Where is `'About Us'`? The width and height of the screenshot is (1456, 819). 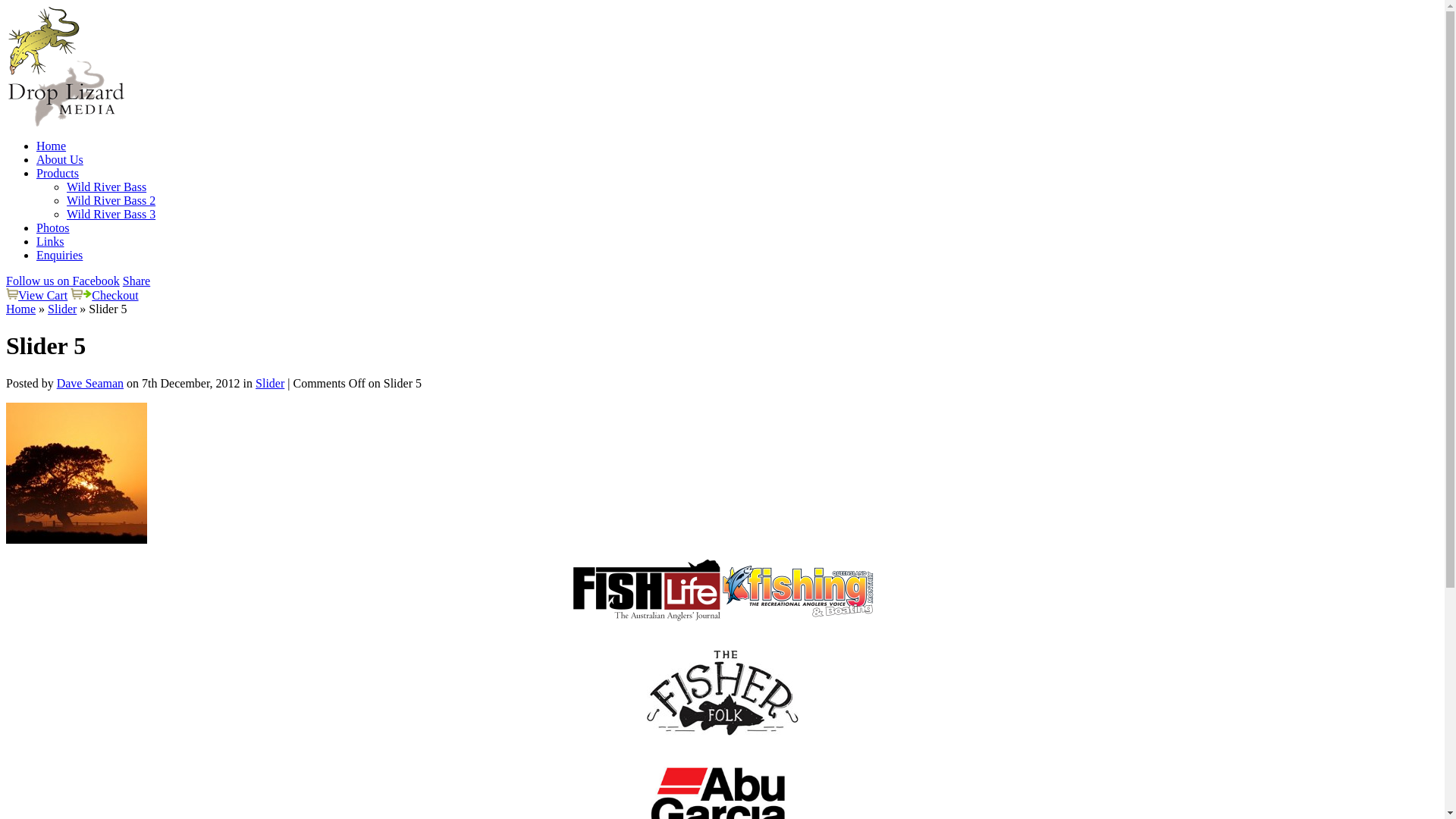 'About Us' is located at coordinates (59, 159).